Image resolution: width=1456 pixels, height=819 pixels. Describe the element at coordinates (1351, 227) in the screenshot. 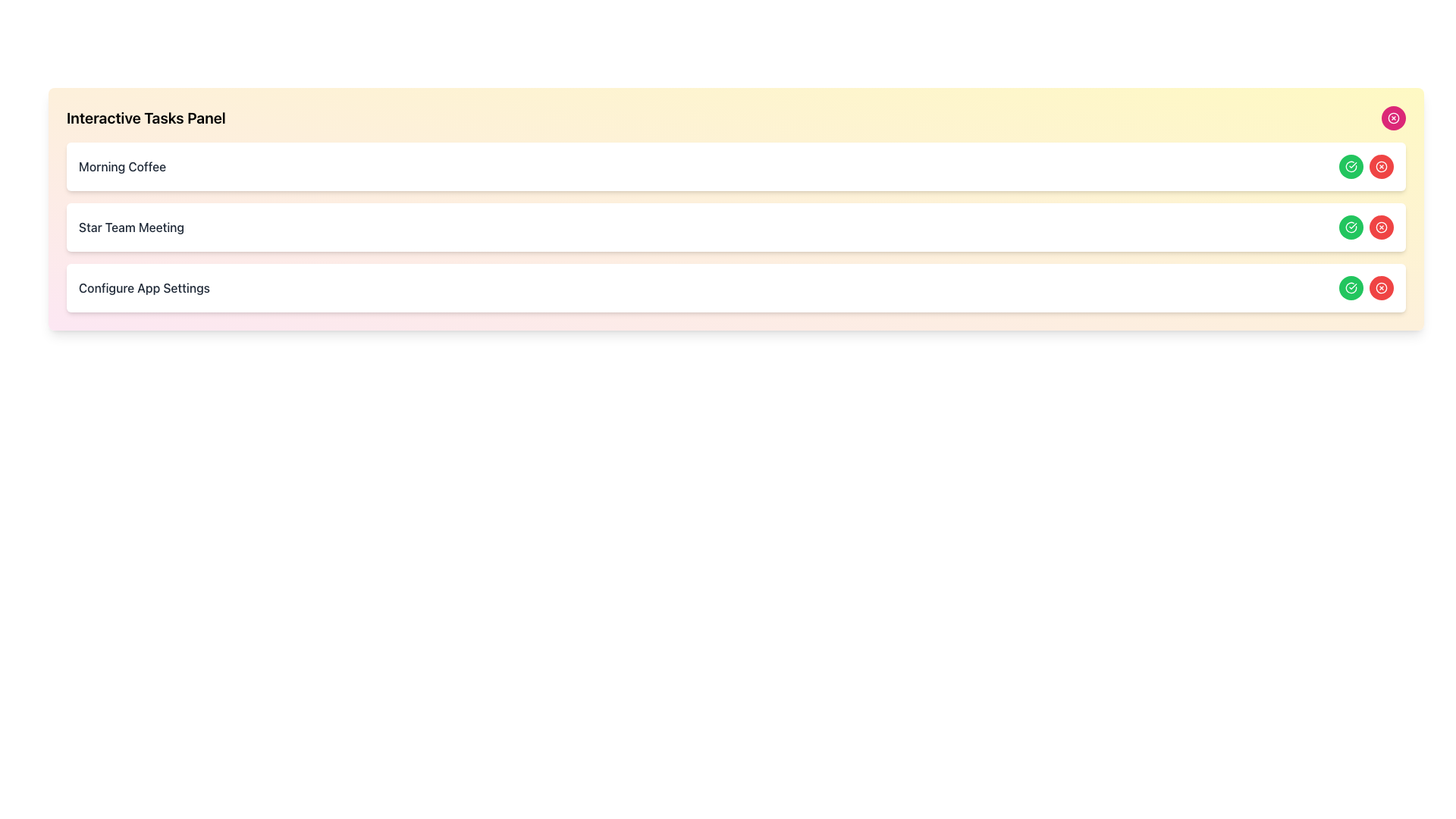

I see `the circular green button with a white checkmark icon` at that location.